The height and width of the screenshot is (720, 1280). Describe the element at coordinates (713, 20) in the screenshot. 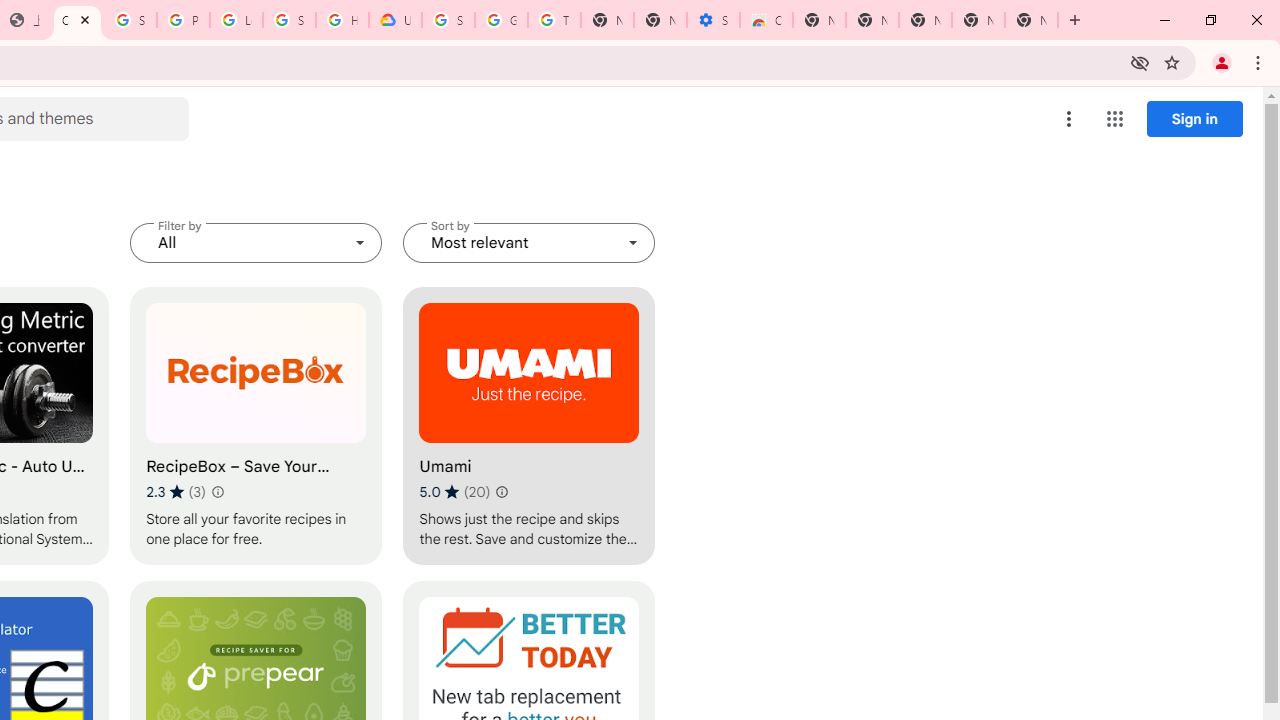

I see `'Settings - Accessibility'` at that location.